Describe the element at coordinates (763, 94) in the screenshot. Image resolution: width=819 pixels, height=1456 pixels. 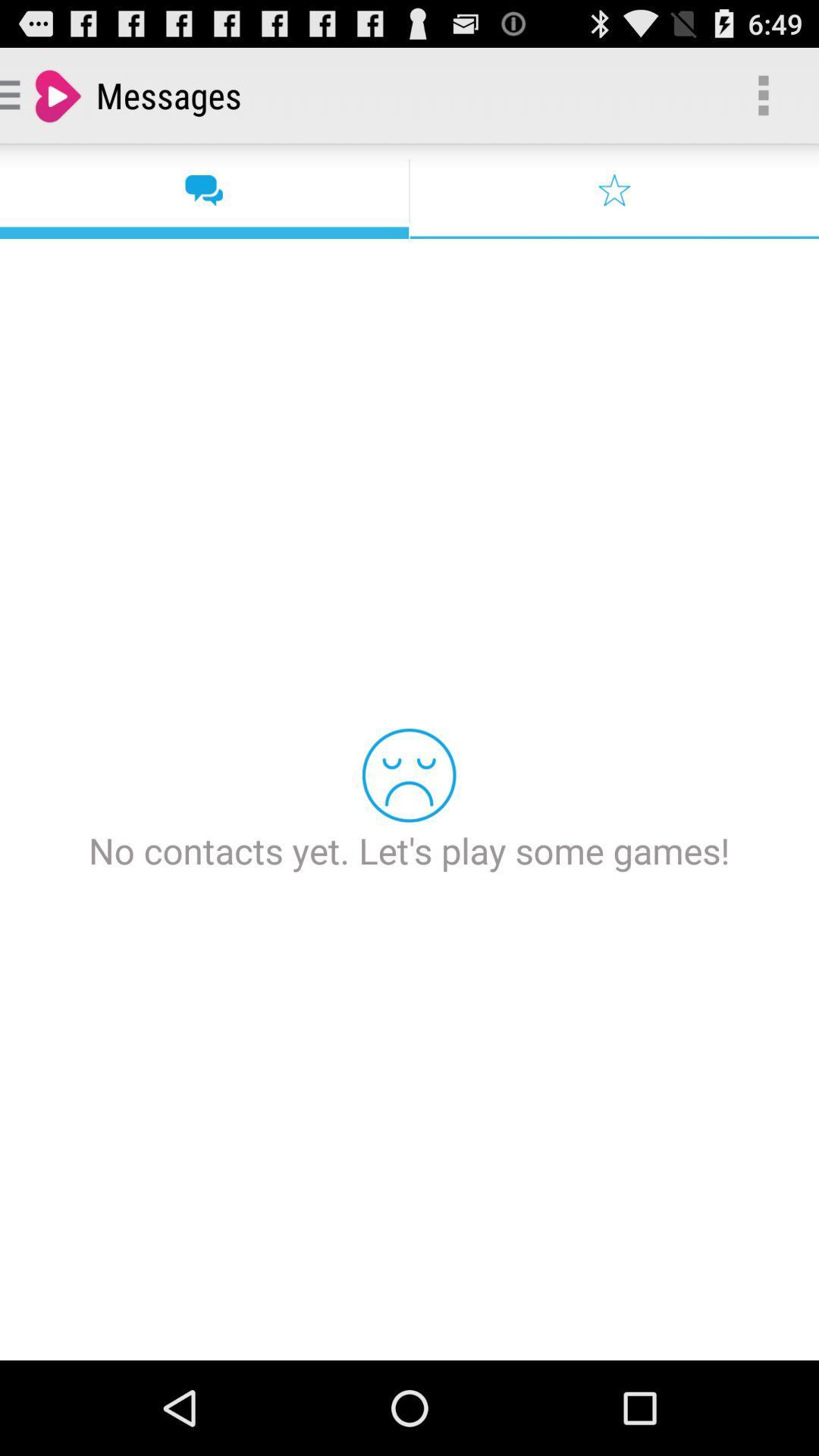
I see `app next to messages icon` at that location.